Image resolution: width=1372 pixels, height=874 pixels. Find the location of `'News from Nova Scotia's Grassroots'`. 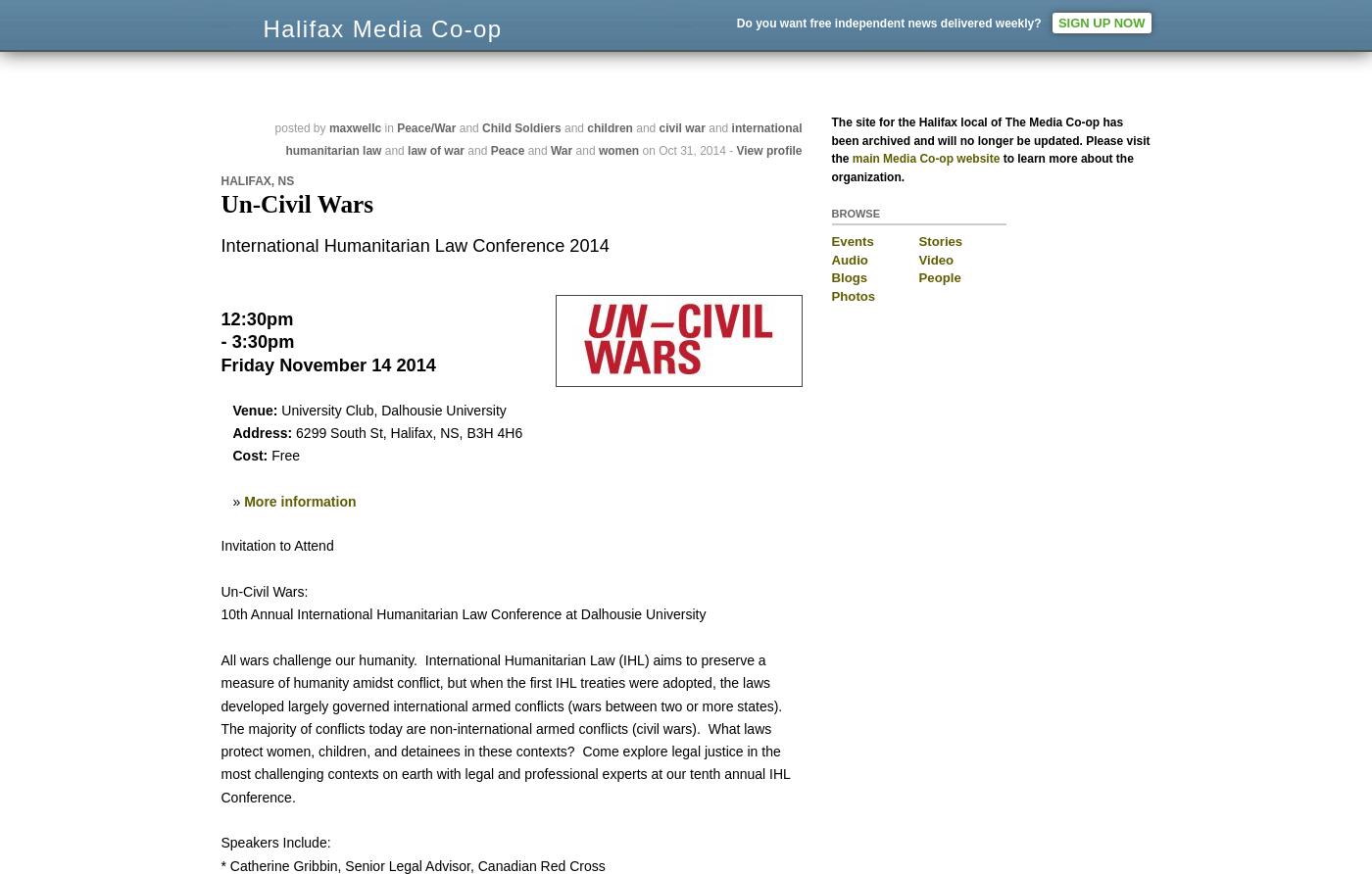

'News from Nova Scotia's Grassroots' is located at coordinates (465, 78).